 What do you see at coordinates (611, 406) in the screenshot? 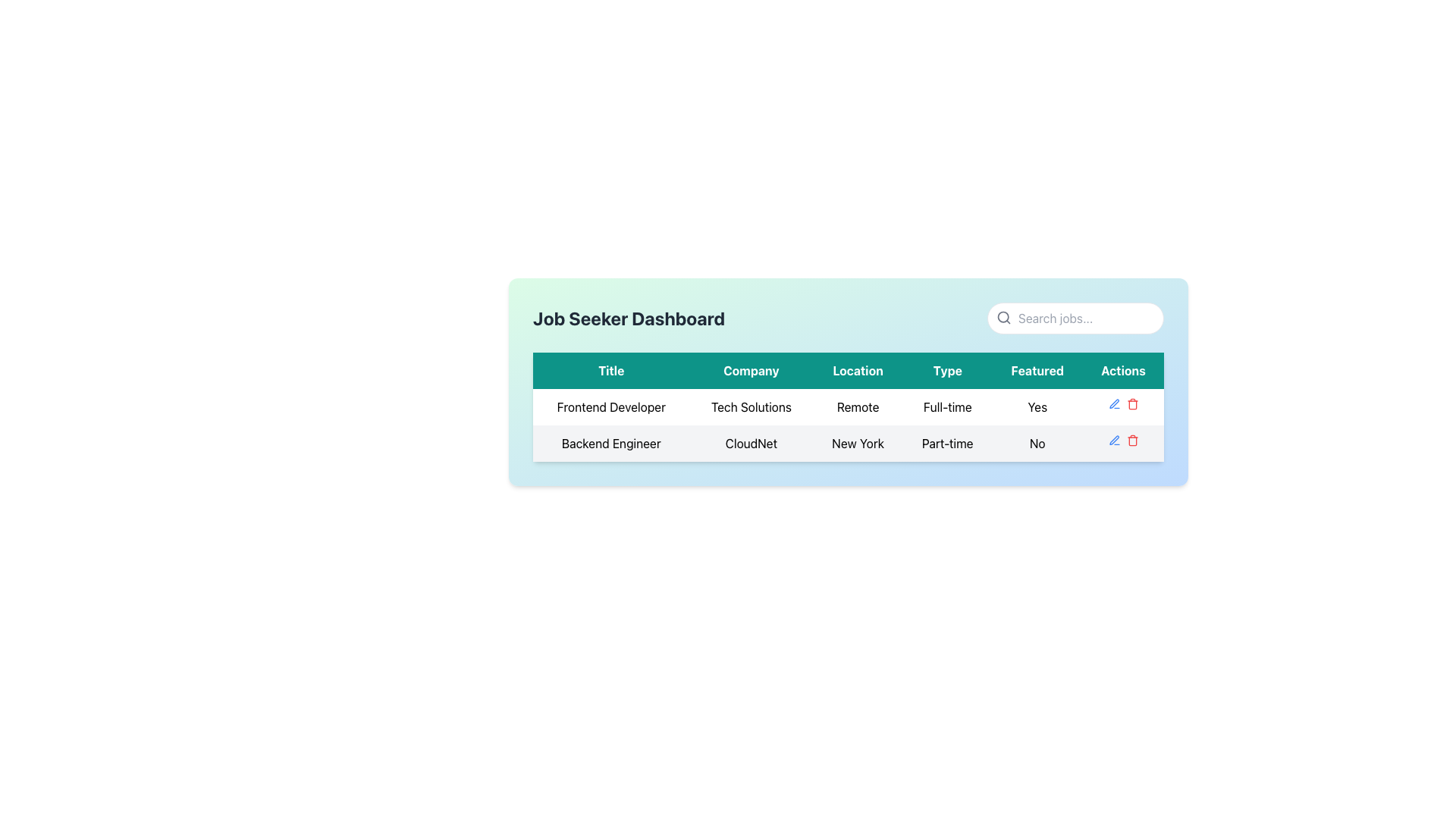
I see `the static text label displaying 'Frontend Developer' in bold black font, located in the first row under the 'Title' column of a table with alternating row colors` at bounding box center [611, 406].